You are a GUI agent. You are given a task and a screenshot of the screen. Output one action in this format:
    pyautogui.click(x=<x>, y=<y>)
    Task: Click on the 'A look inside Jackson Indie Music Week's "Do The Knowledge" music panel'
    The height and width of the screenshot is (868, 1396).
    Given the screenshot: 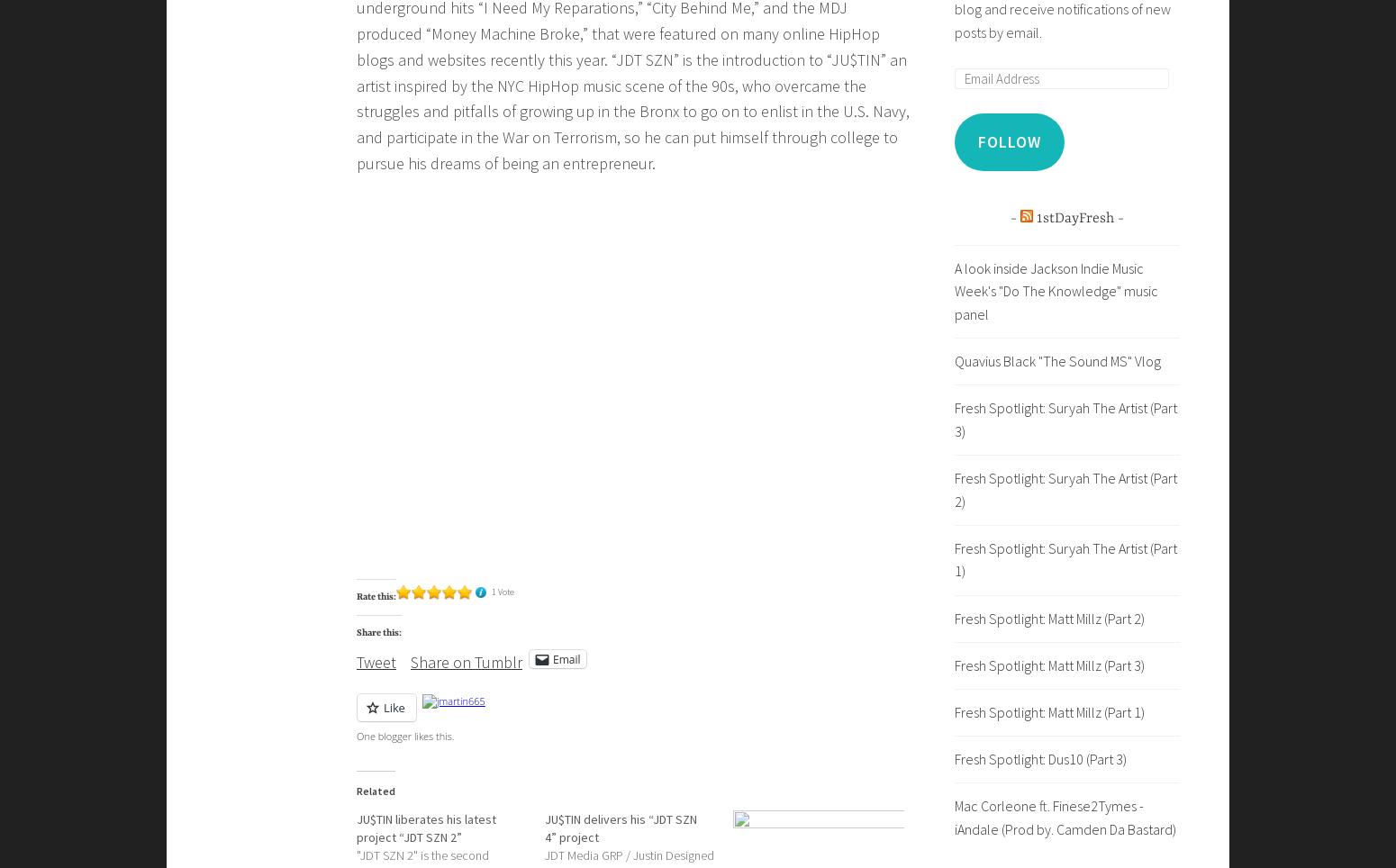 What is the action you would take?
    pyautogui.click(x=1056, y=289)
    